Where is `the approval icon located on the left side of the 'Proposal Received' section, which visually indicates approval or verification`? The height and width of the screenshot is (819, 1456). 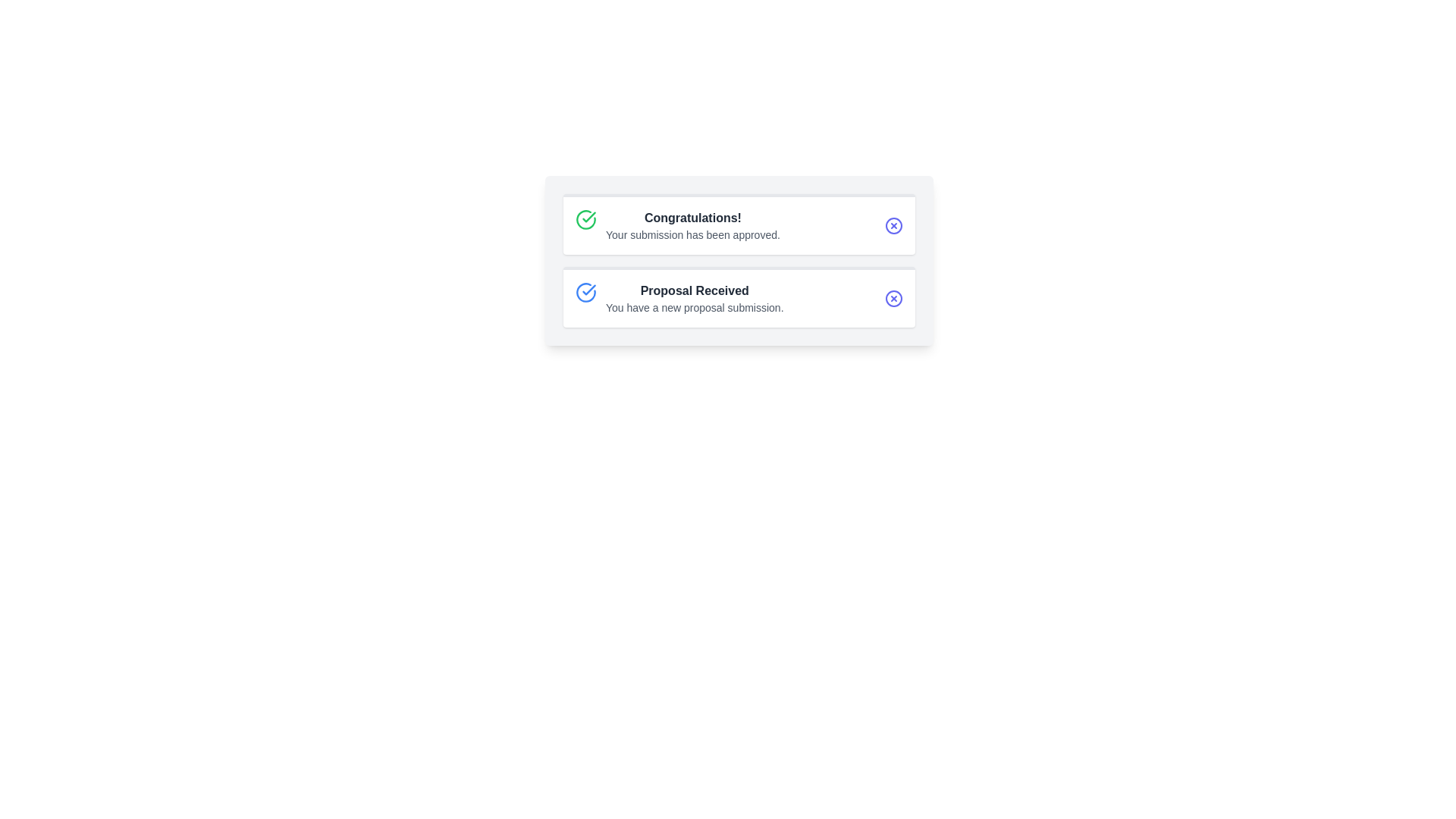
the approval icon located on the left side of the 'Proposal Received' section, which visually indicates approval or verification is located at coordinates (585, 292).